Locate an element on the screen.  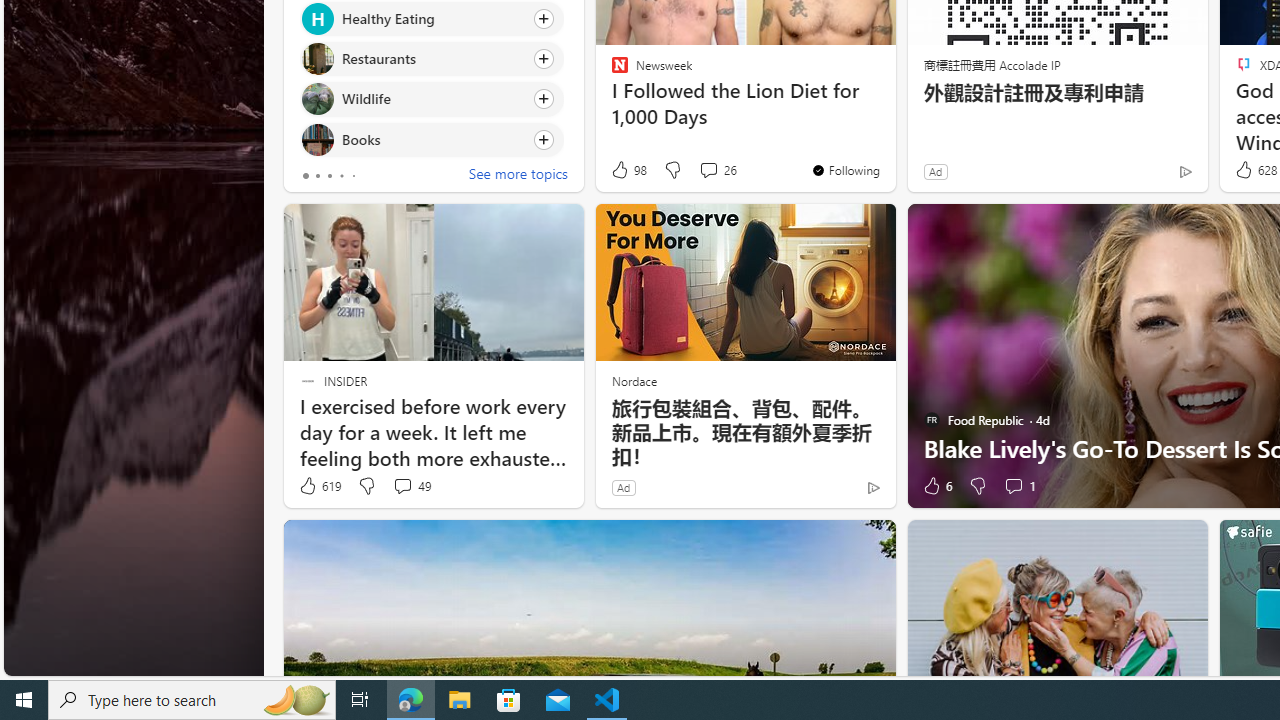
'Wildlife' is located at coordinates (316, 99).